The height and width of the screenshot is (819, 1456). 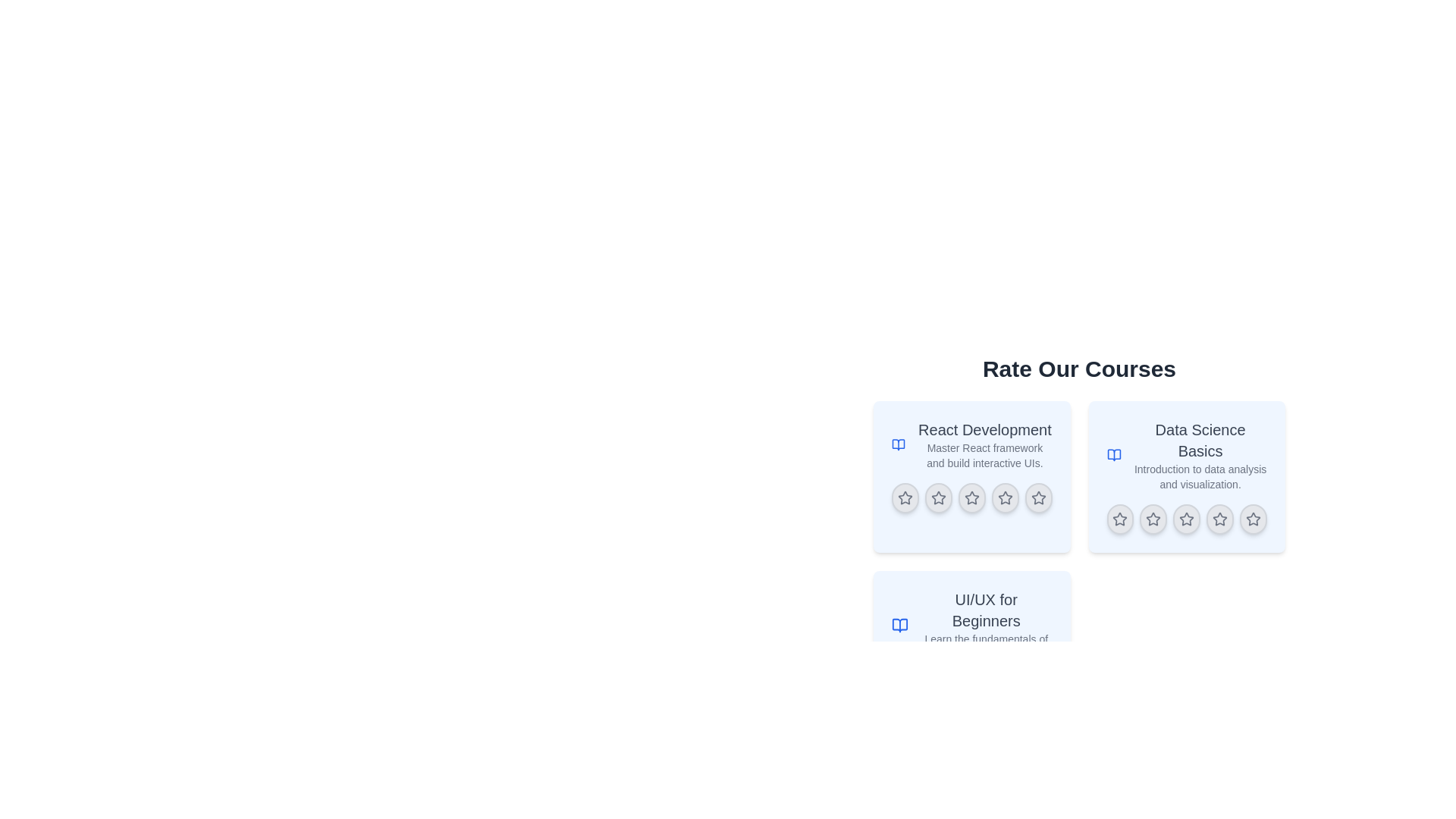 I want to click on the fourth star icon representing the rating option for the 'Data Science Basics' course, so click(x=1220, y=519).